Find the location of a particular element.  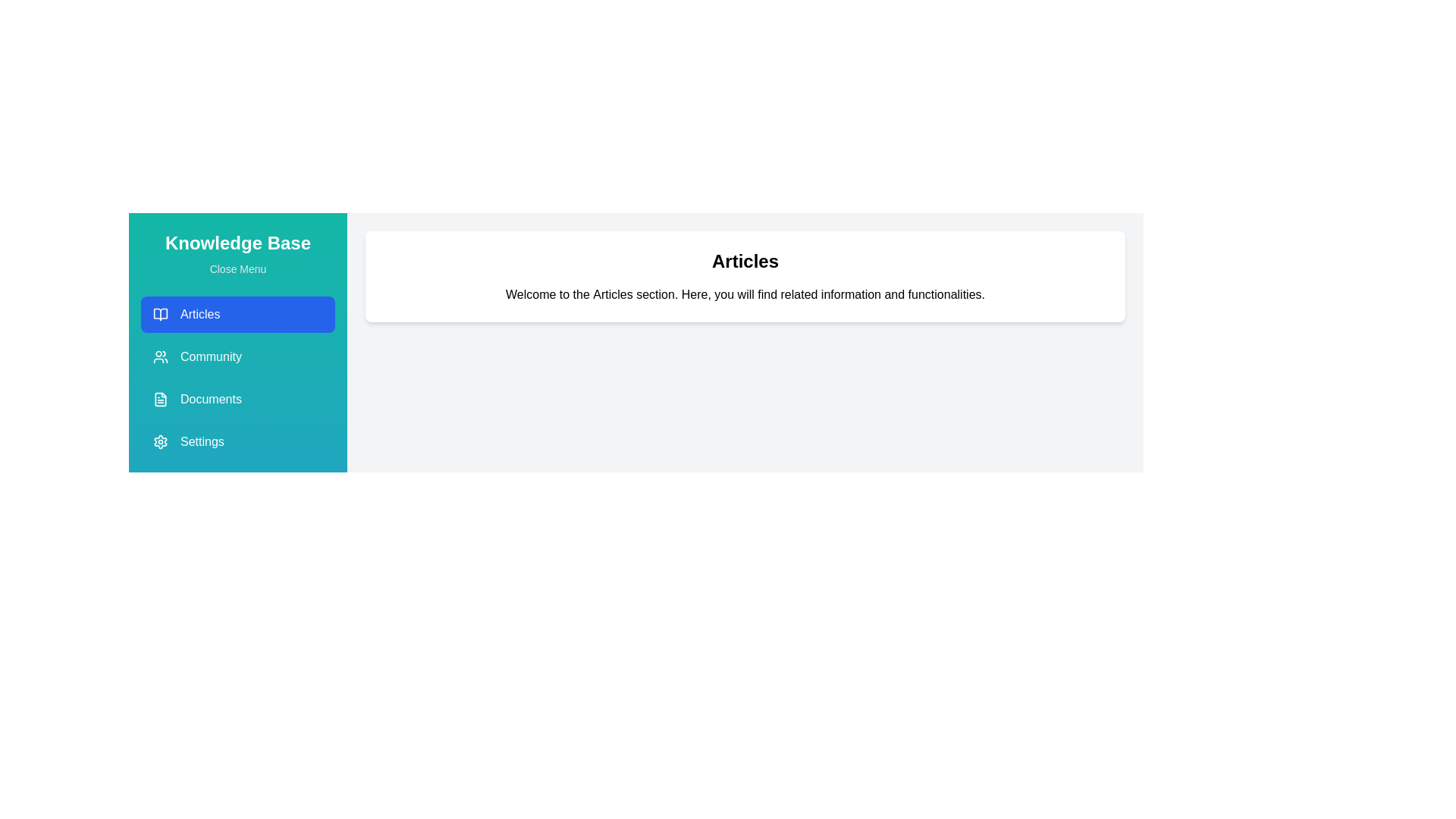

the menu section Documents is located at coordinates (237, 399).